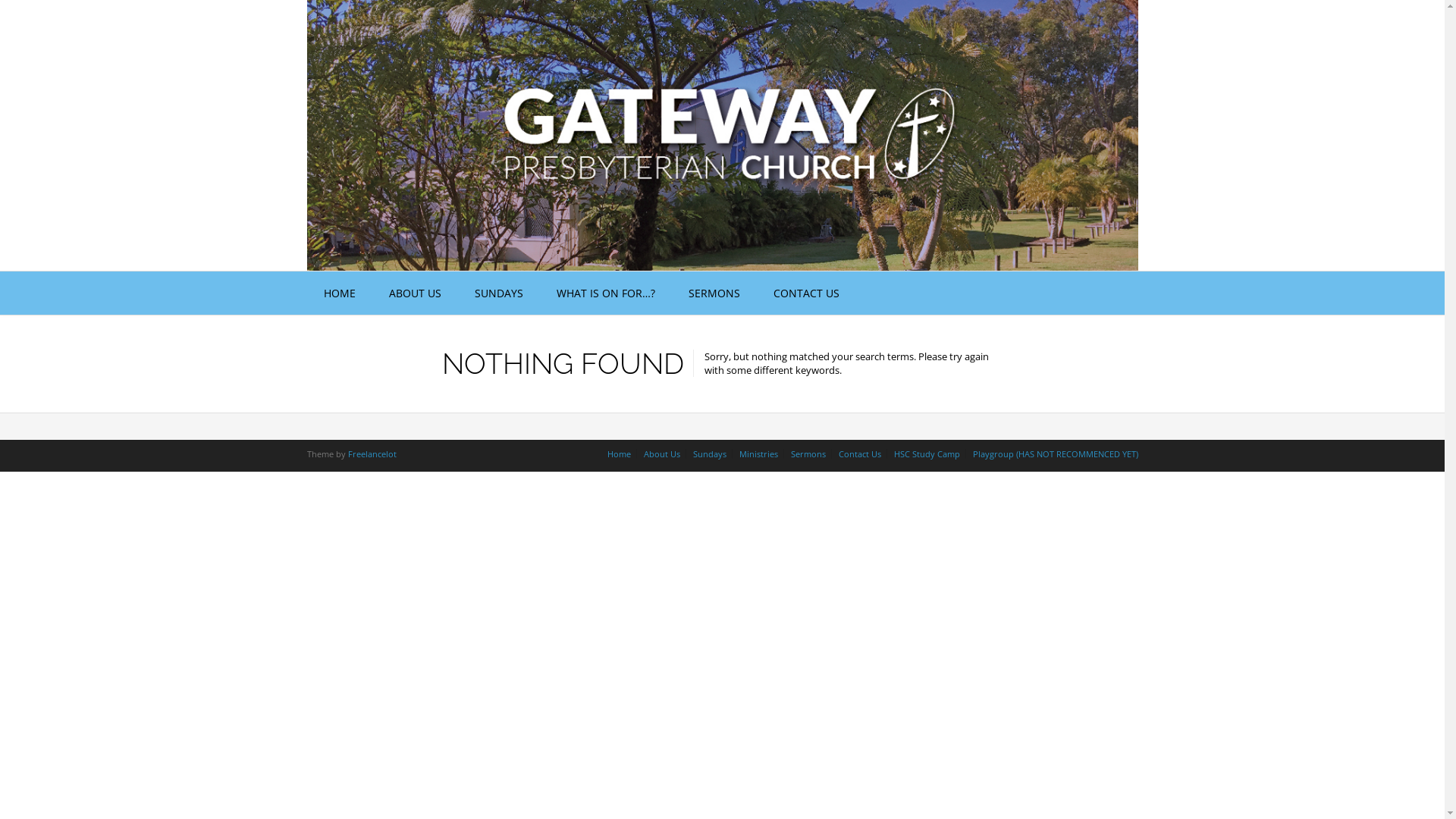 The width and height of the screenshot is (1456, 819). What do you see at coordinates (926, 453) in the screenshot?
I see `'HSC Study Camp'` at bounding box center [926, 453].